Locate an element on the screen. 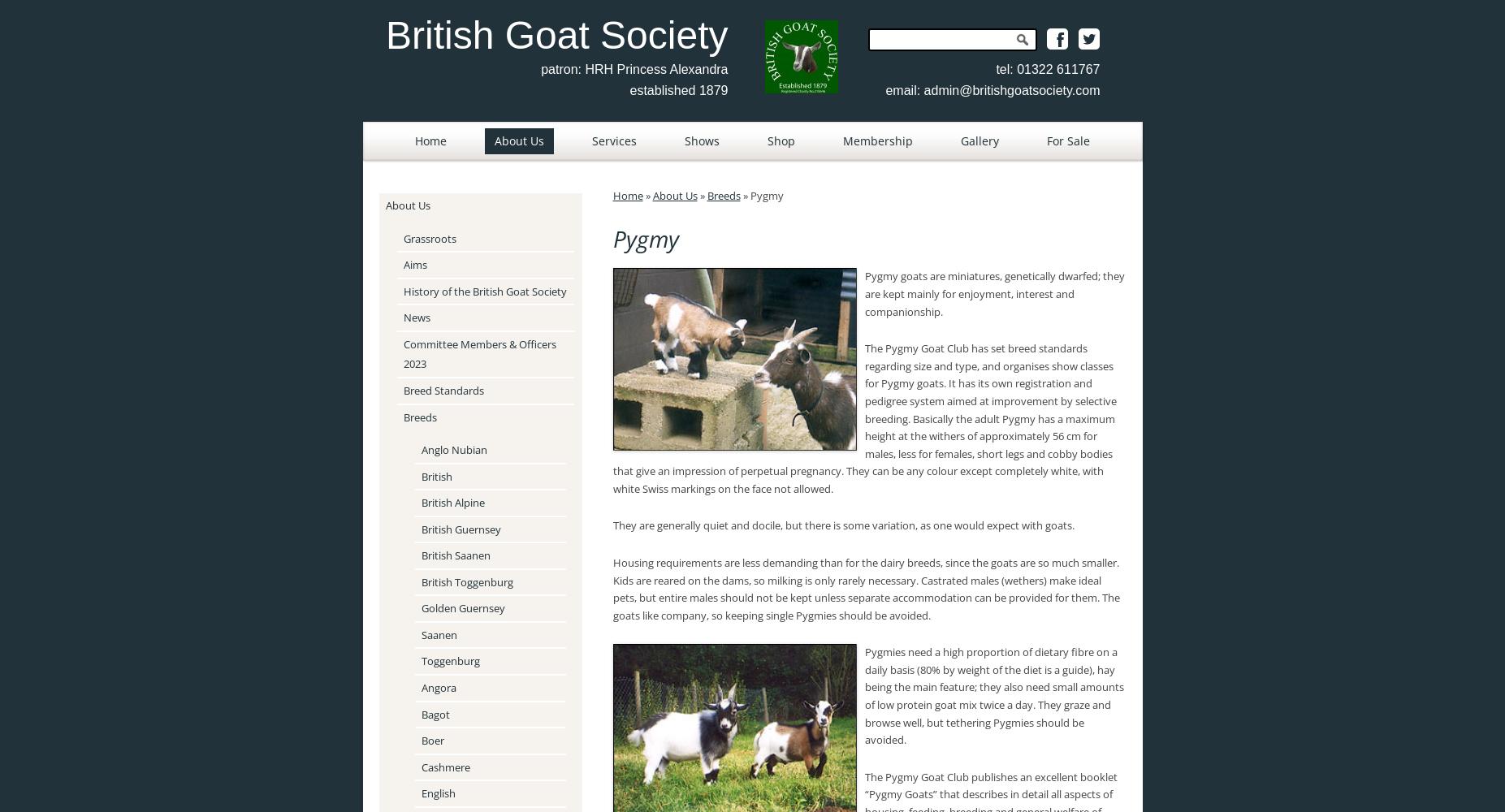 The image size is (1505, 812). 'Golden Guernsey' is located at coordinates (419, 607).